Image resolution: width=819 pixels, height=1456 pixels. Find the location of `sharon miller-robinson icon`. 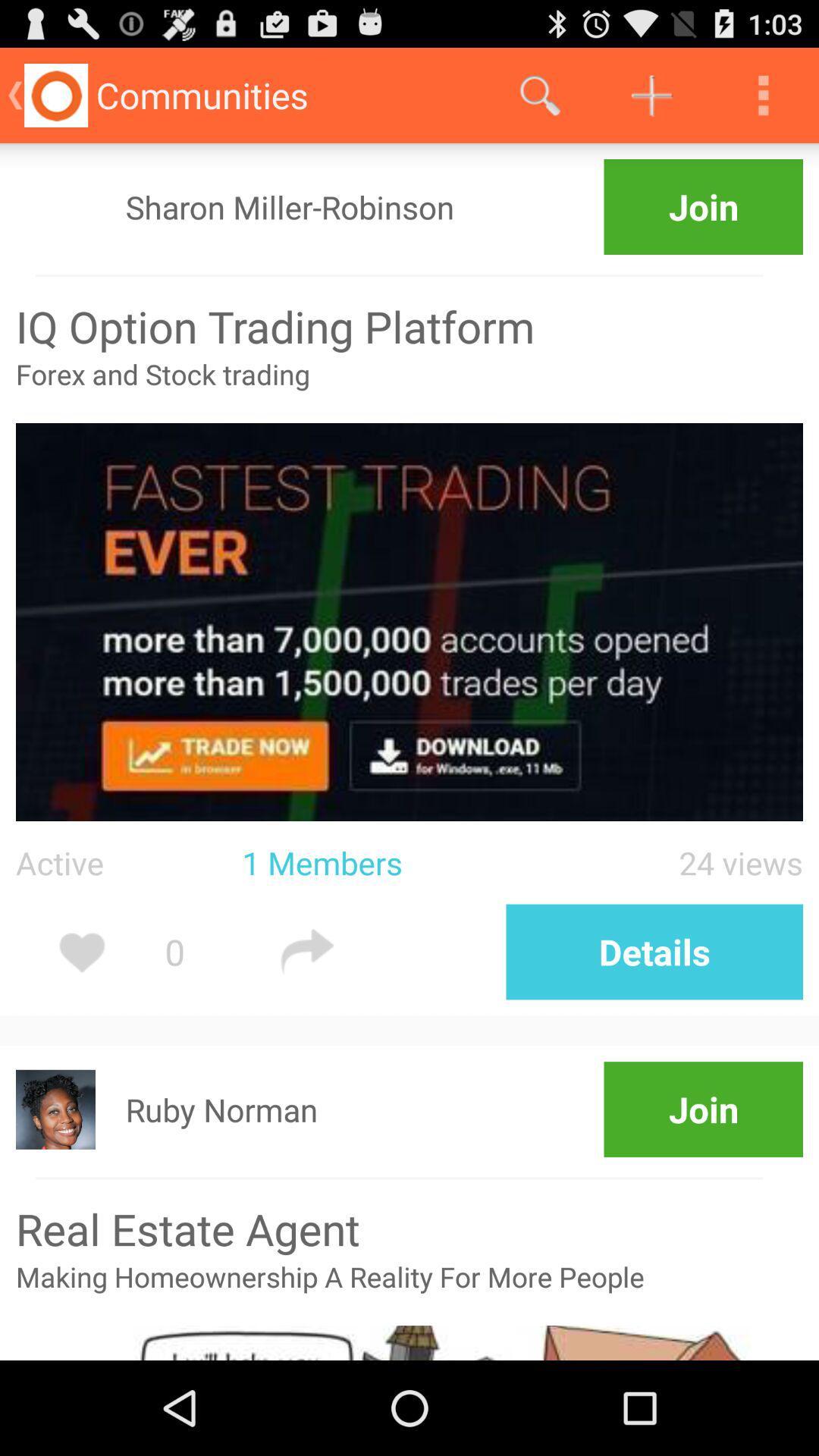

sharon miller-robinson icon is located at coordinates (290, 206).